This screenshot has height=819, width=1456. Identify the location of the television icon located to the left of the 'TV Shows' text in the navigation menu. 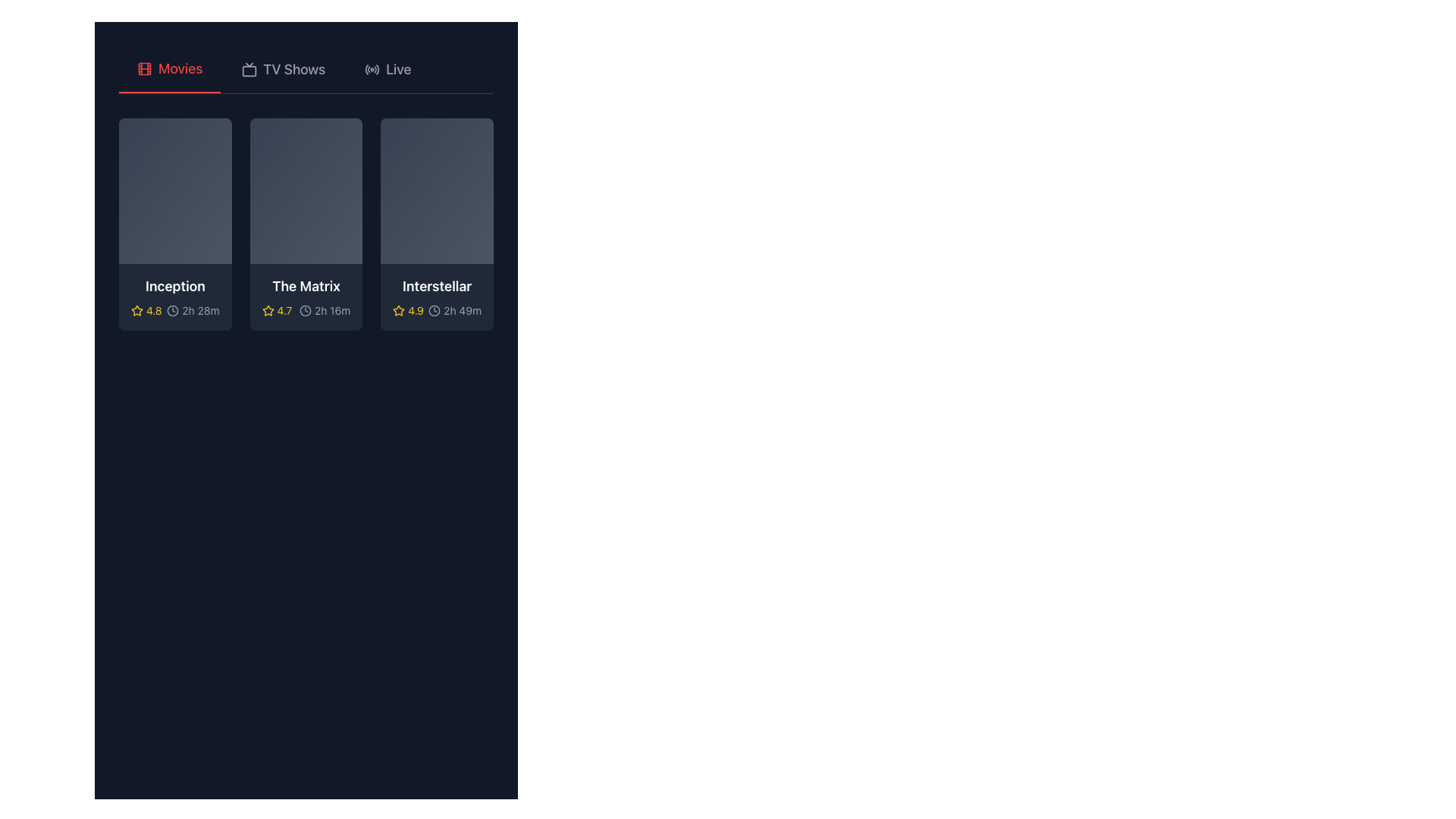
(249, 70).